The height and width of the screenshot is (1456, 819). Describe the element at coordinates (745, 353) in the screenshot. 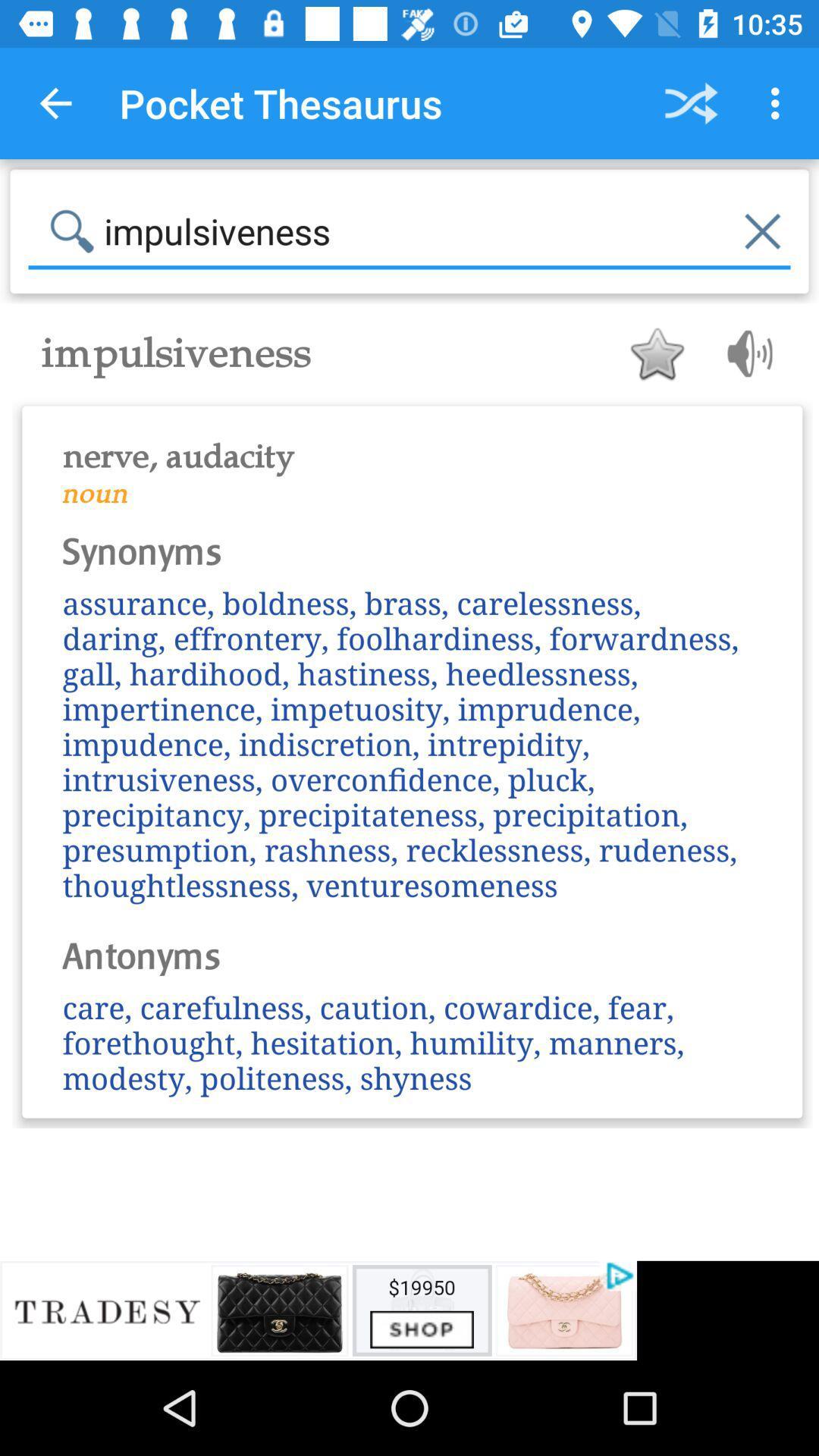

I see `the symbol beside star symbol` at that location.